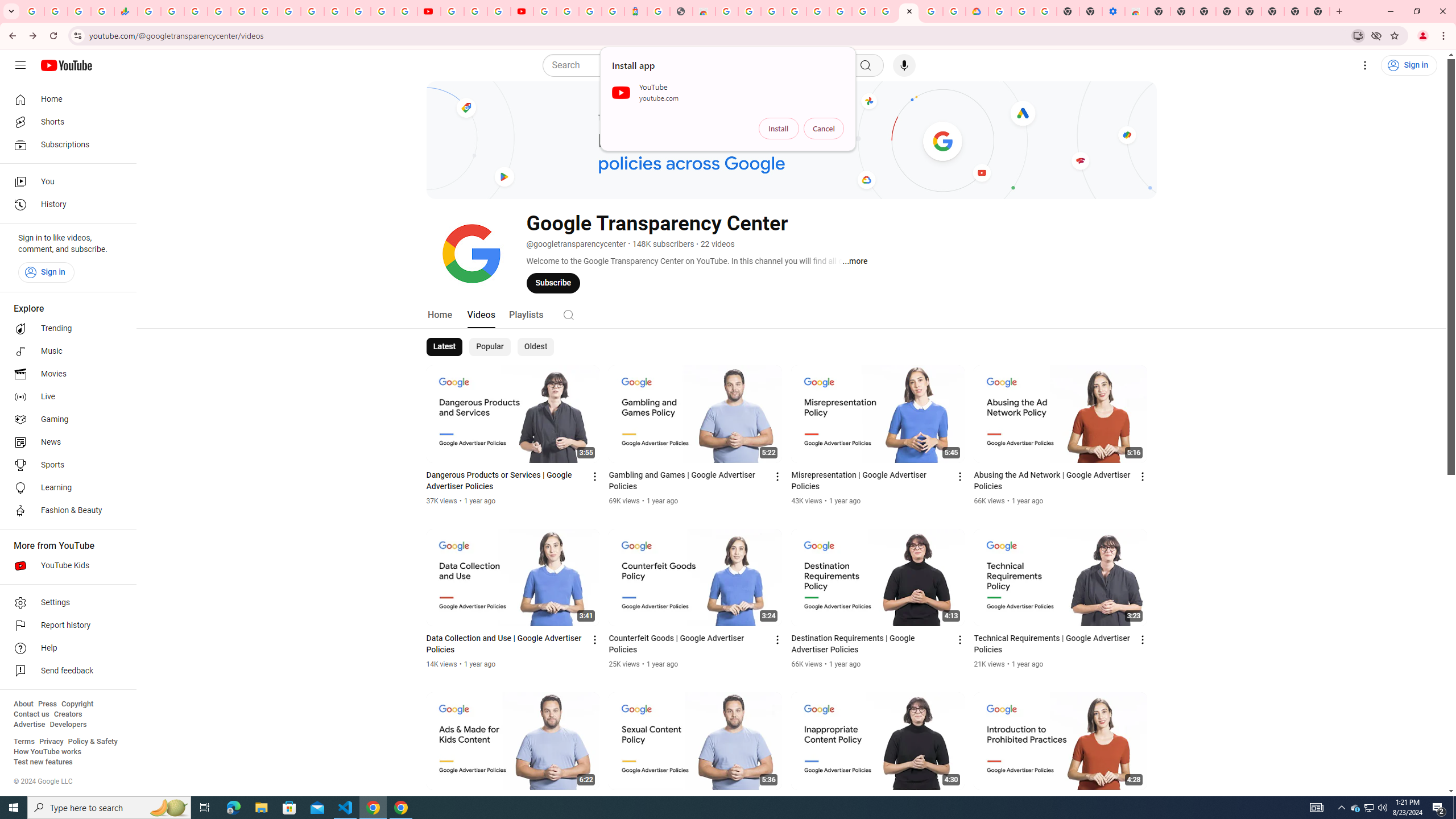 This screenshot has height=819, width=1456. Describe the element at coordinates (1136, 11) in the screenshot. I see `'Chrome Web Store - Accessibility extensions'` at that location.